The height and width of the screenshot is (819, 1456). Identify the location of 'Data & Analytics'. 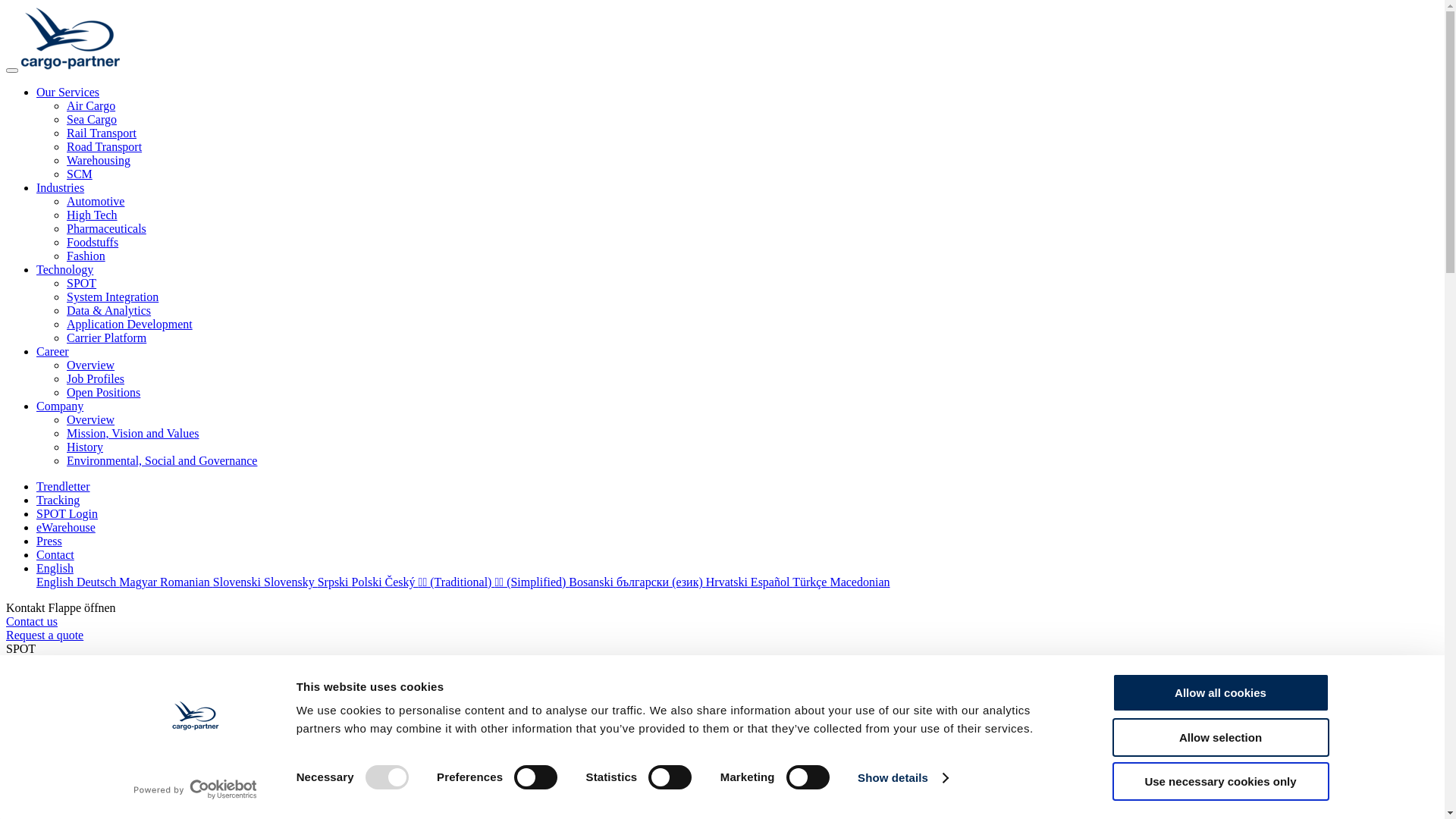
(108, 309).